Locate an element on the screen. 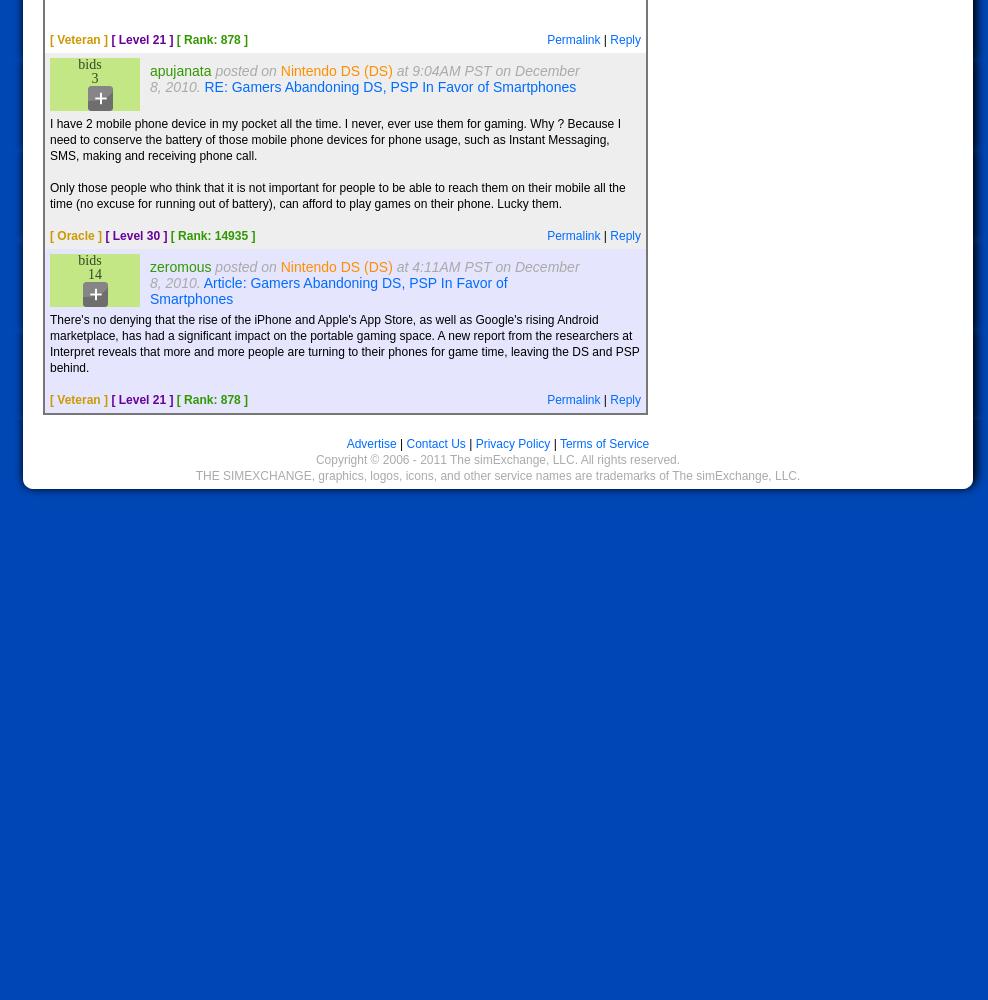 The height and width of the screenshot is (1000, 988). 'I have 2 mobile phone device in my pocket all the time. I never, ever use them for gaming. Why ? Because I need to conserve the battery of those mobile phone devices for phone usage, such as Instant Messaging, SMS, making and receiving phone call.' is located at coordinates (335, 140).